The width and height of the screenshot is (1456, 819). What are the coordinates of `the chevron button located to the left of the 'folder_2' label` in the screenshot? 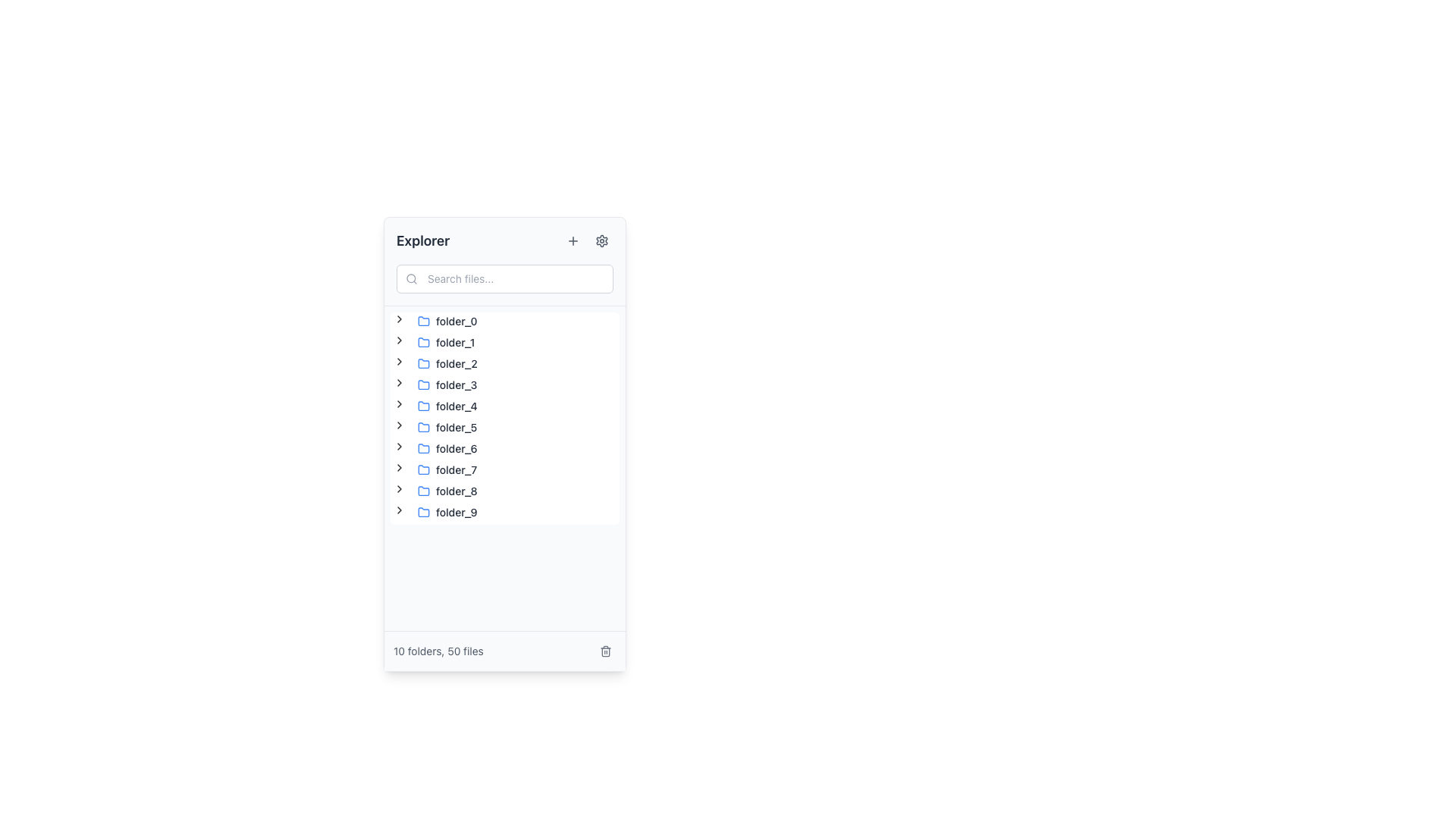 It's located at (400, 363).